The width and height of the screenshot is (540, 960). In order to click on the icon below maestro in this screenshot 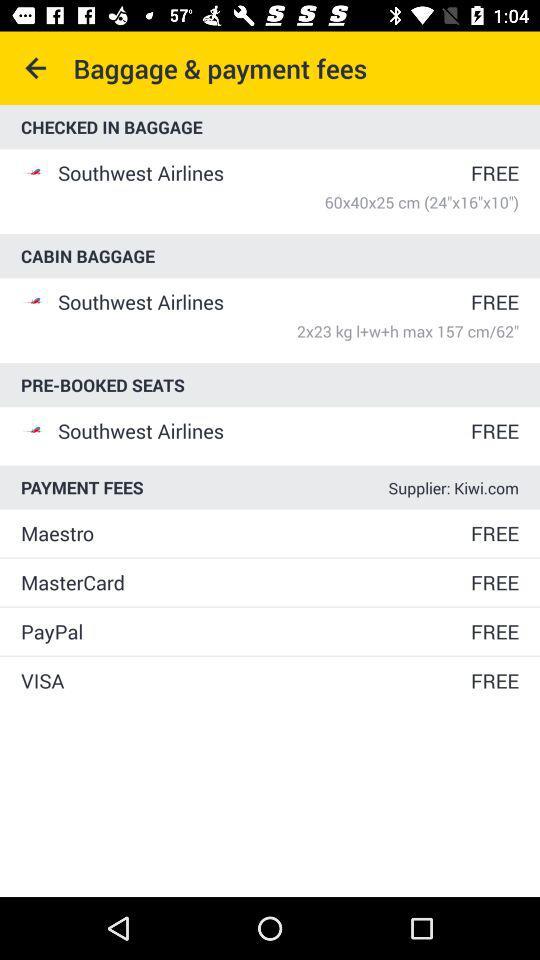, I will do `click(244, 582)`.